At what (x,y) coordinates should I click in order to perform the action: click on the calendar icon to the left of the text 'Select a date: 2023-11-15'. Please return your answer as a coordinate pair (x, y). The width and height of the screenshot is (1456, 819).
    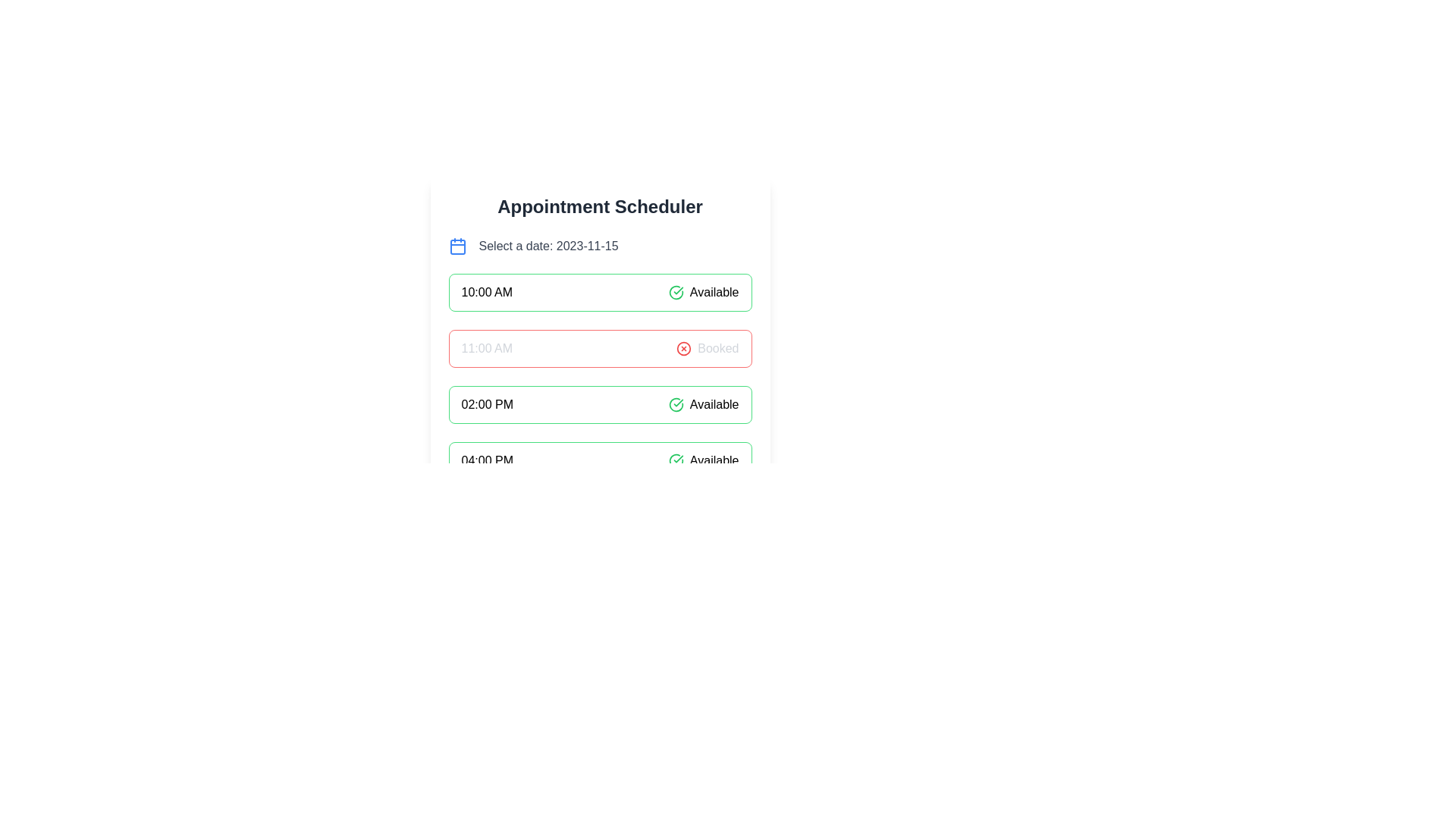
    Looking at the image, I should click on (457, 246).